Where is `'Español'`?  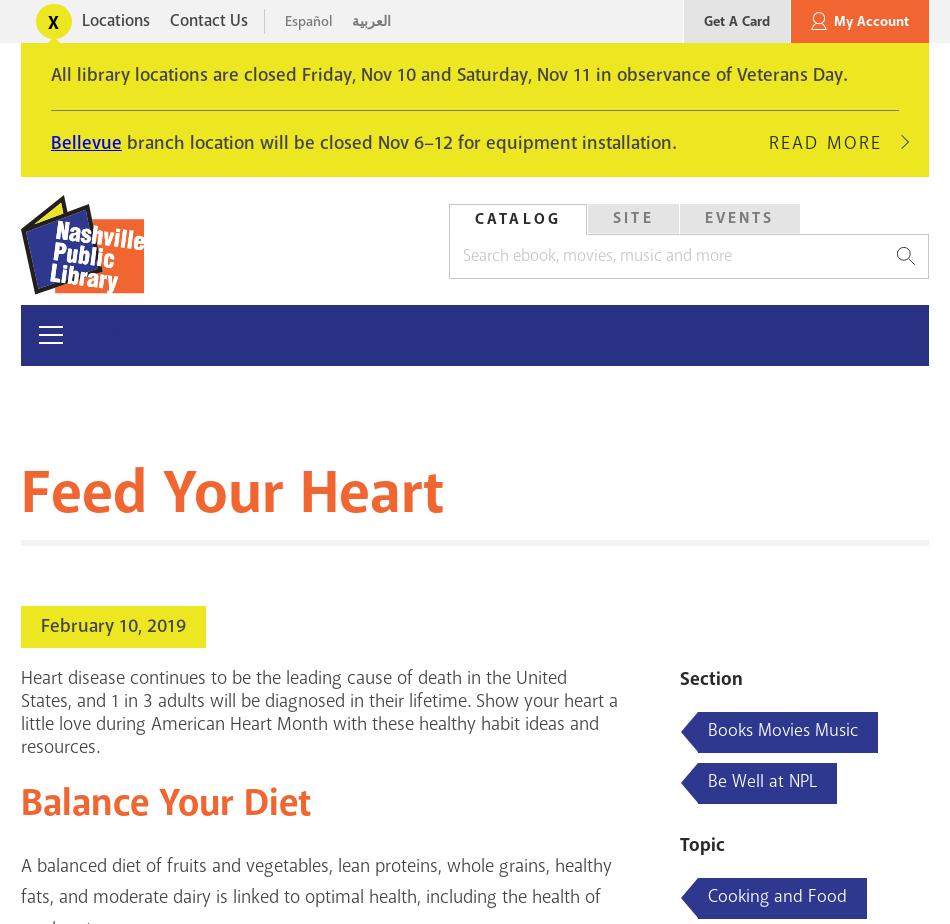
'Español' is located at coordinates (307, 21).